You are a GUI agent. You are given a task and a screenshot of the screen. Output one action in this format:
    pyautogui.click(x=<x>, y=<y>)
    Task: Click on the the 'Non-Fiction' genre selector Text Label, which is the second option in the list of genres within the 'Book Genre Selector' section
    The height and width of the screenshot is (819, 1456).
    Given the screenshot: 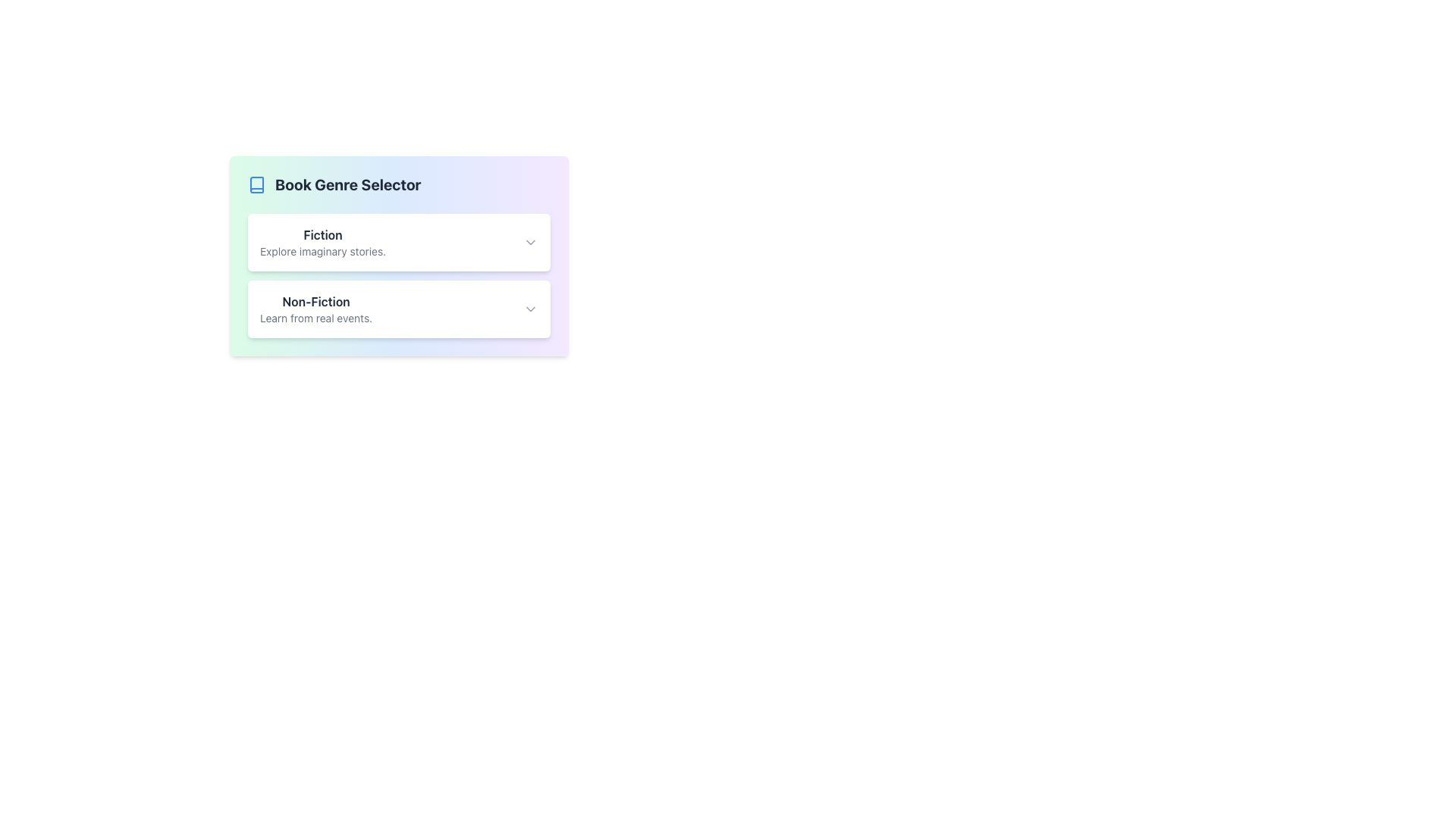 What is the action you would take?
    pyautogui.click(x=315, y=309)
    